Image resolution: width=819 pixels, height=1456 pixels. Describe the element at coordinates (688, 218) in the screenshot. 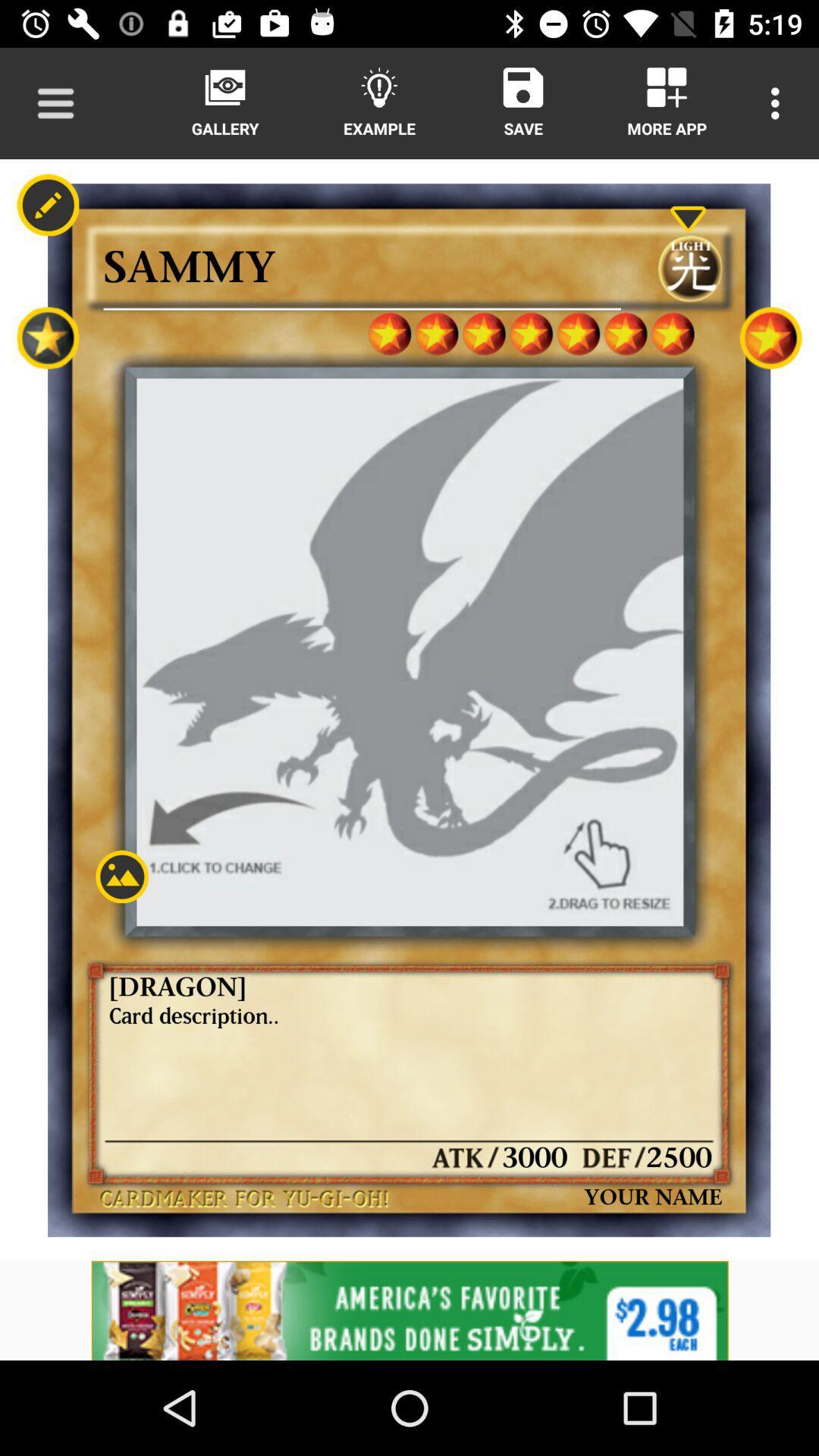

I see `the expand_more icon` at that location.